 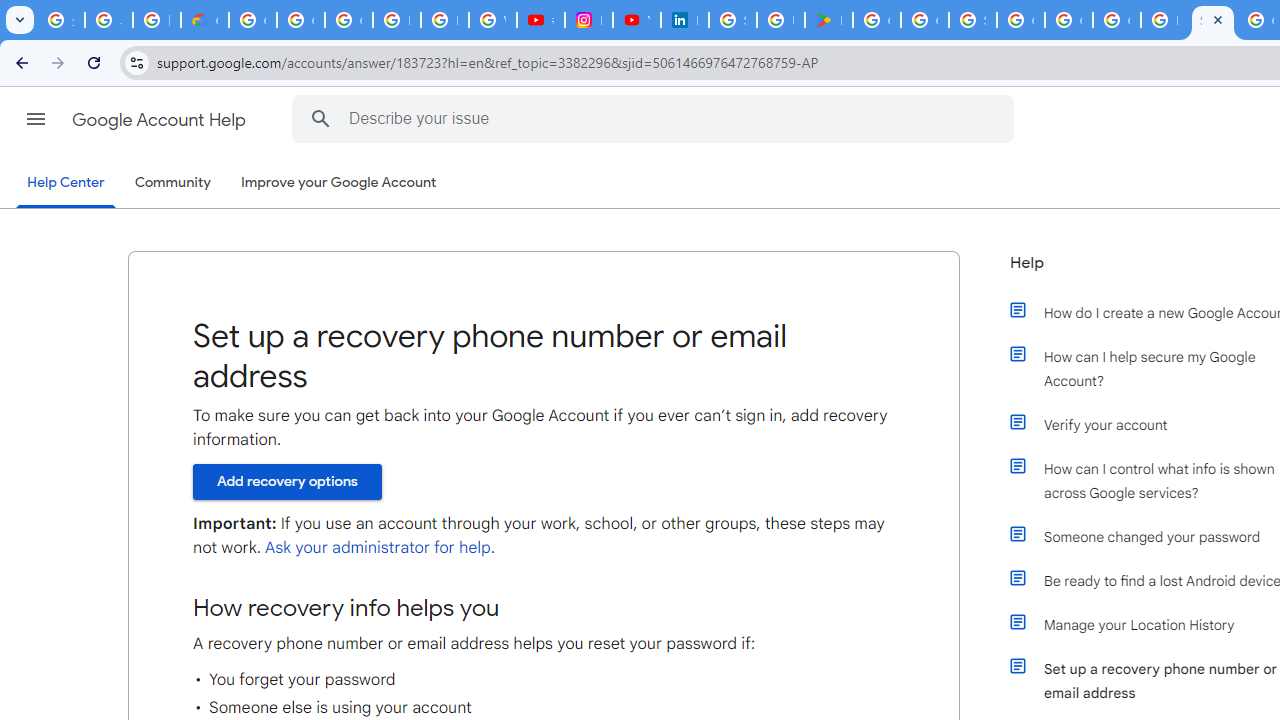 I want to click on 'Improve your Google Account', so click(x=339, y=183).